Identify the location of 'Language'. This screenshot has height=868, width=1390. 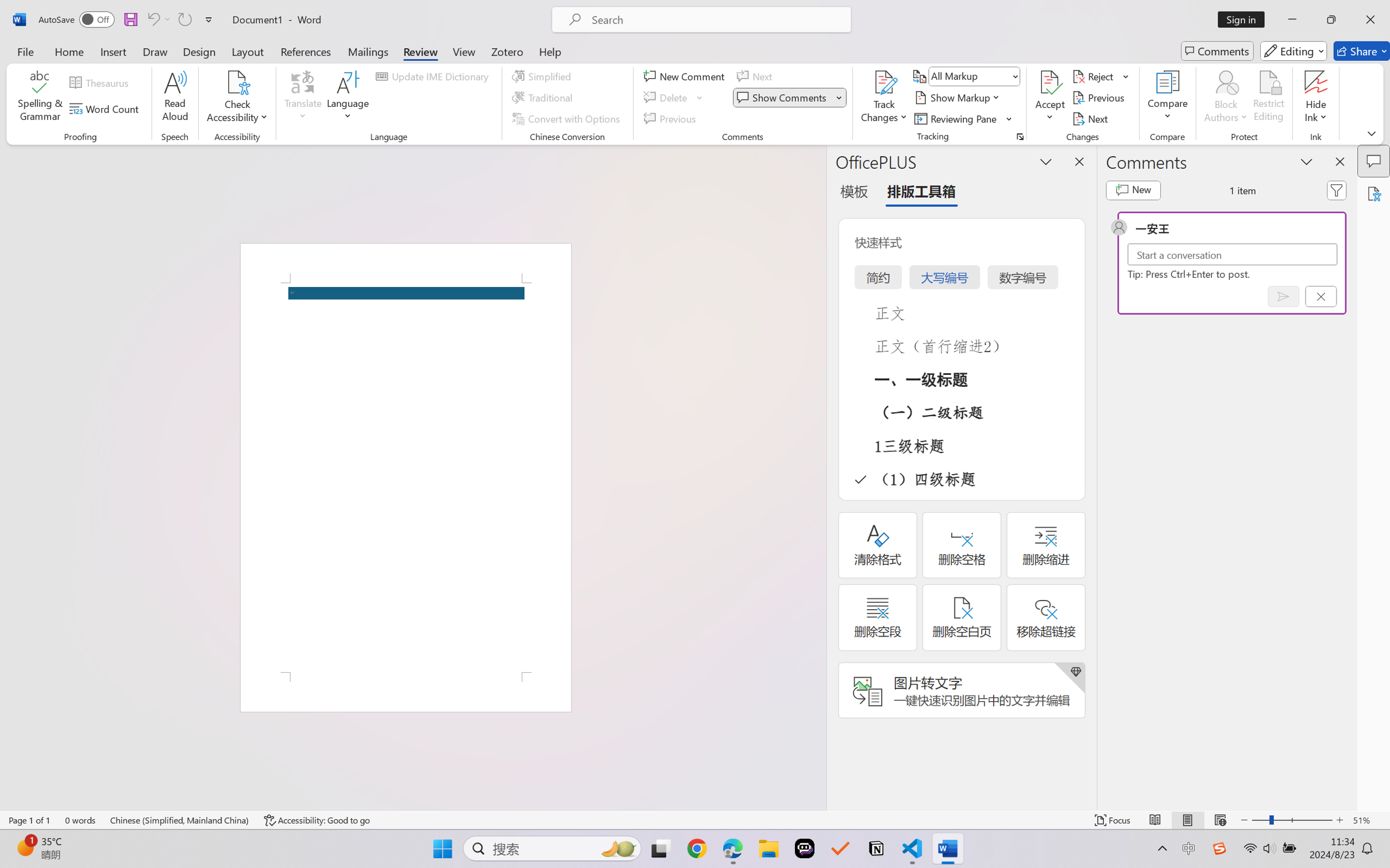
(347, 98).